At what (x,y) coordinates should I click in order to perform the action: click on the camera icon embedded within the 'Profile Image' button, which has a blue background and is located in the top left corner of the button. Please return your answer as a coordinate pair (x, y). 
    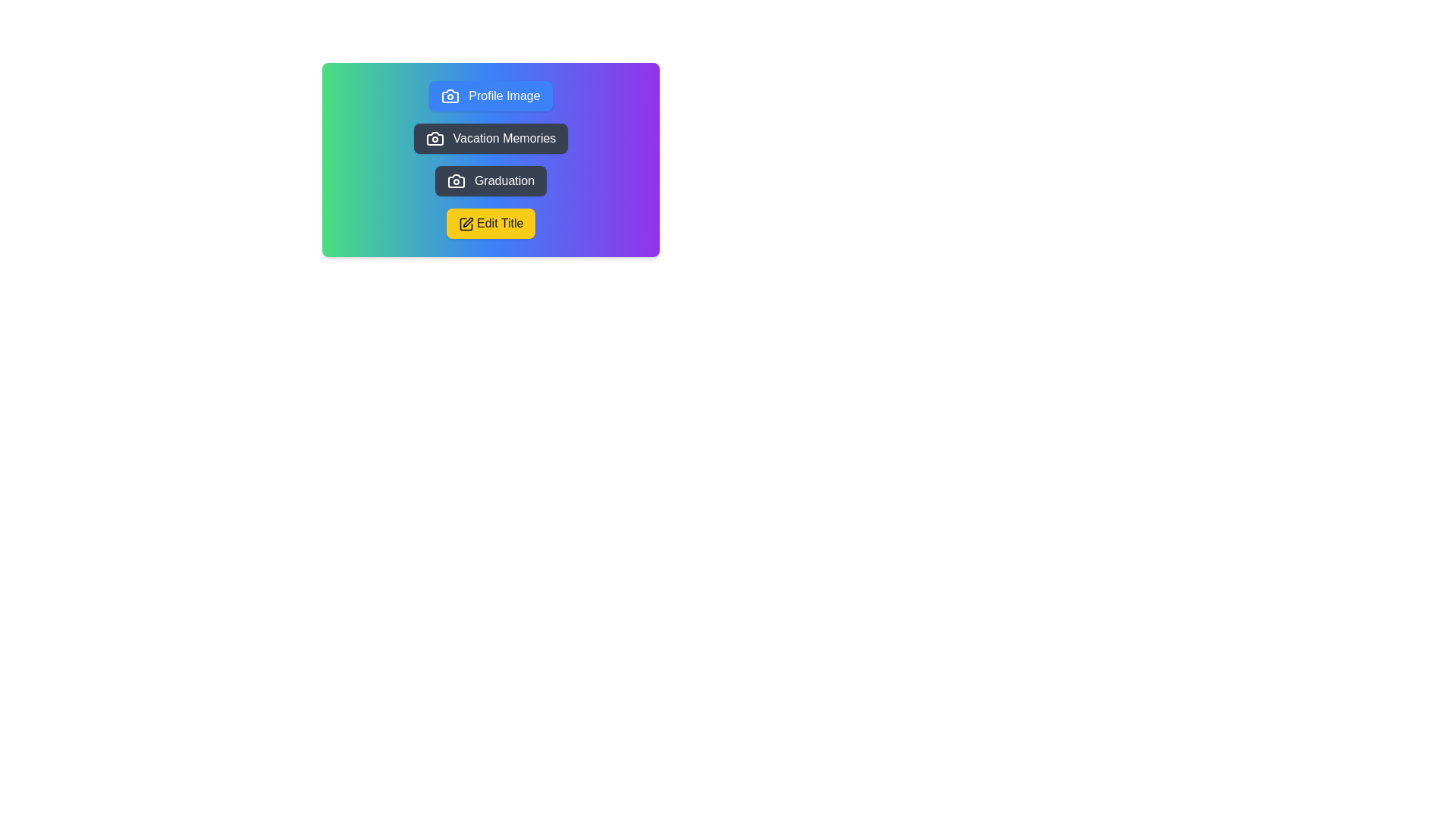
    Looking at the image, I should click on (450, 96).